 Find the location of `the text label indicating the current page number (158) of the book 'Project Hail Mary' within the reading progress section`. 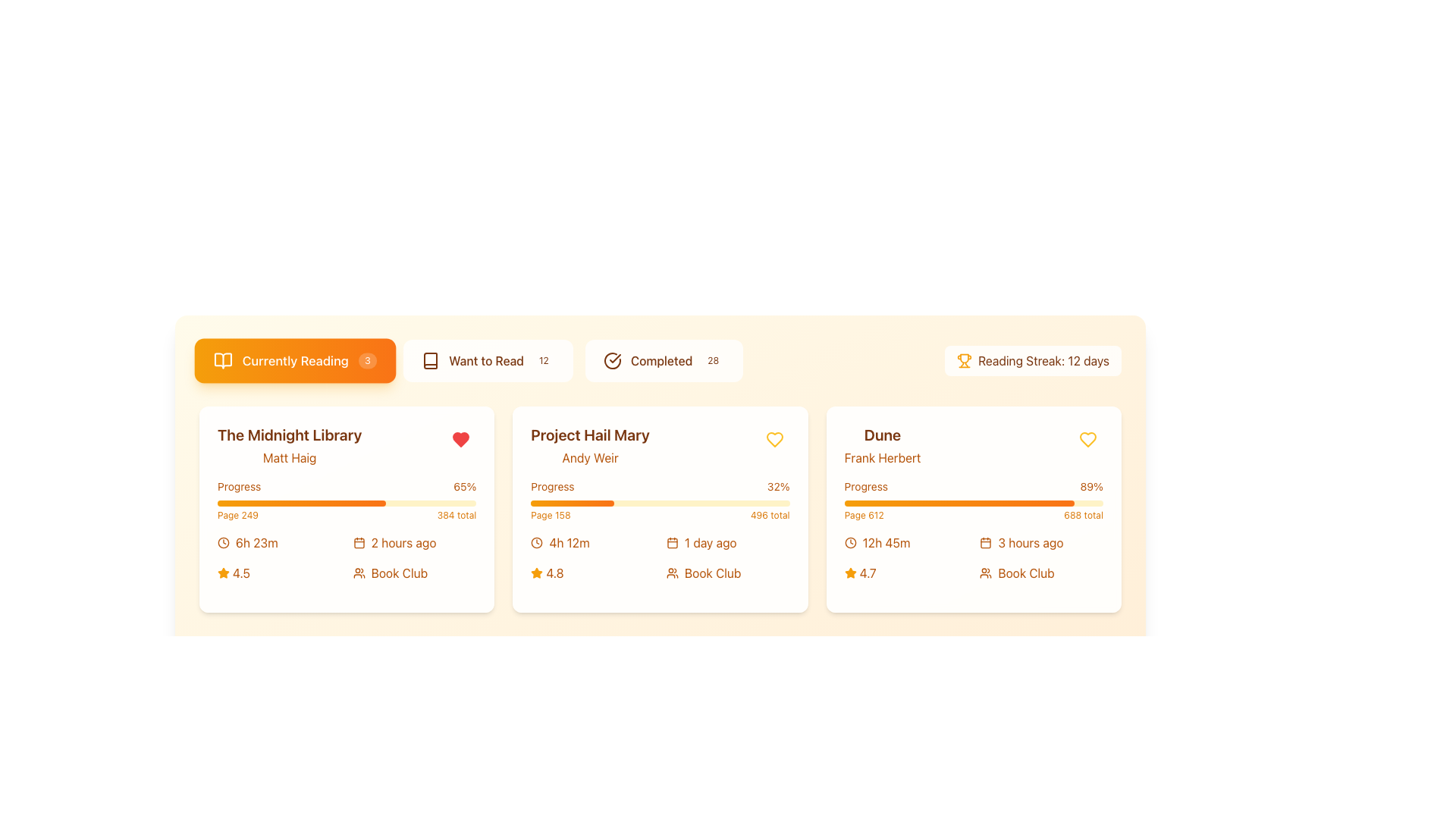

the text label indicating the current page number (158) of the book 'Project Hail Mary' within the reading progress section is located at coordinates (550, 514).